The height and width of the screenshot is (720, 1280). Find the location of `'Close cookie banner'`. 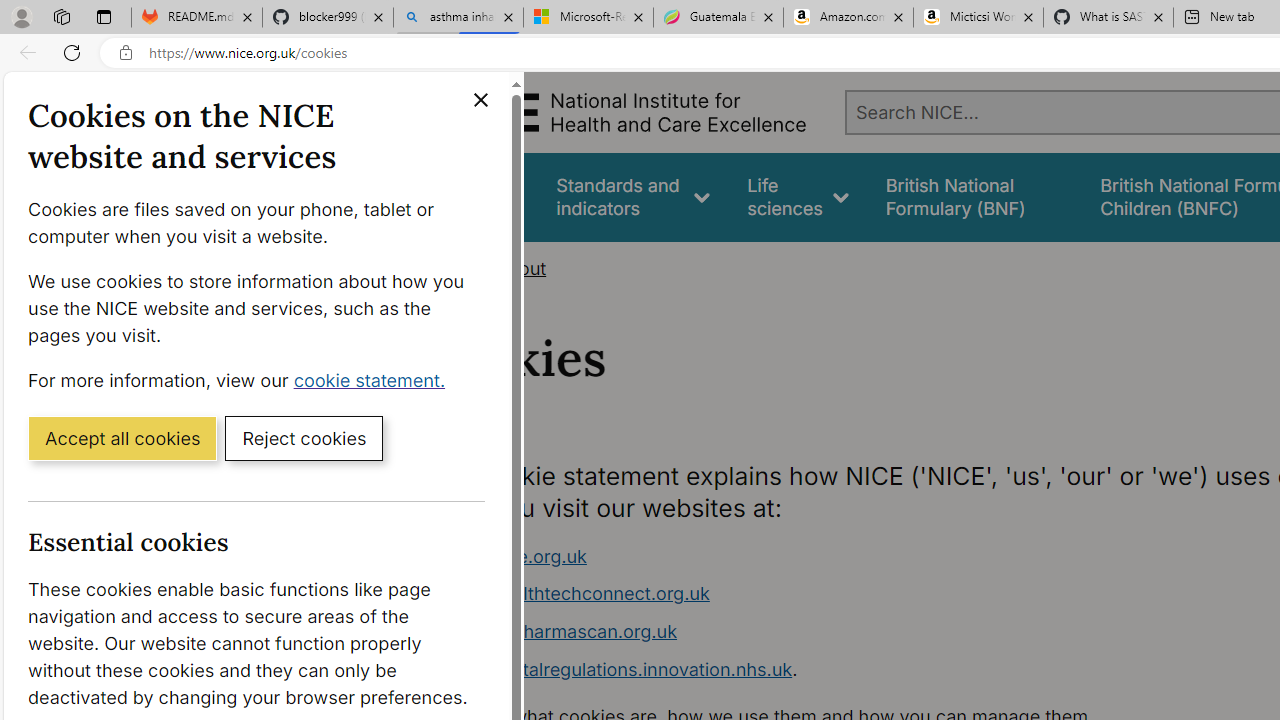

'Close cookie banner' is located at coordinates (480, 100).